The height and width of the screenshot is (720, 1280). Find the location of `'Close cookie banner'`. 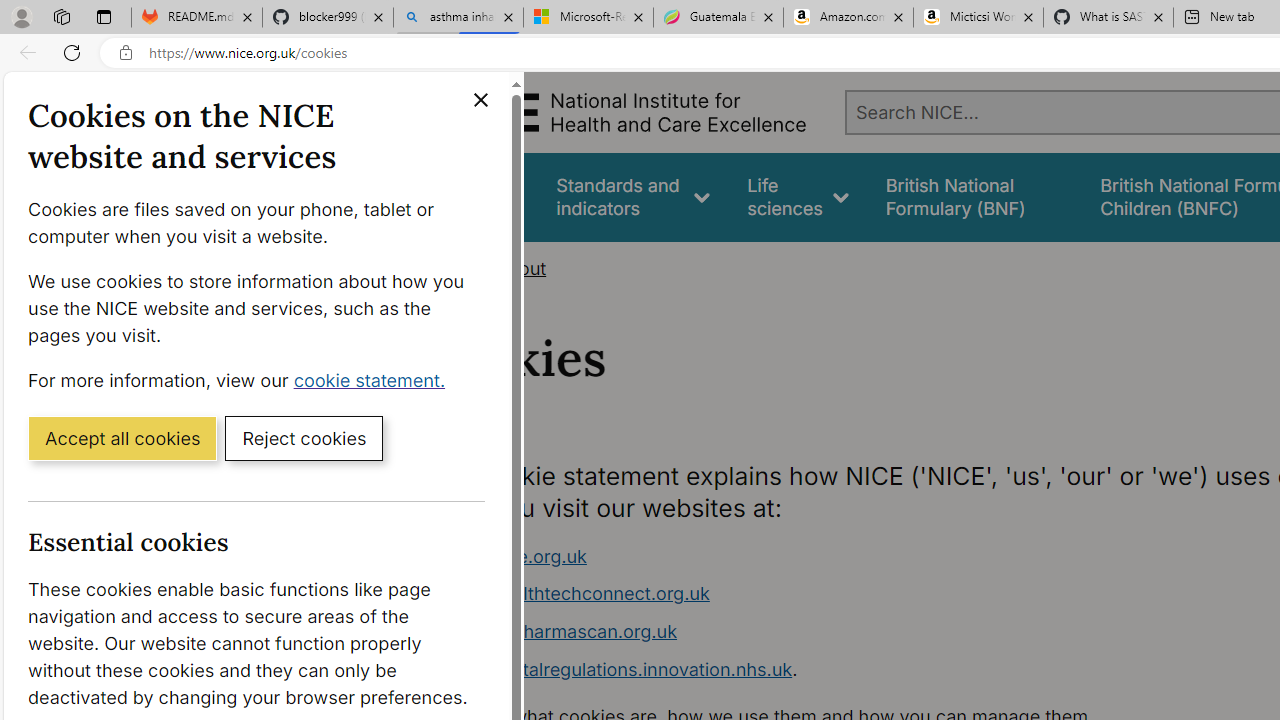

'Close cookie banner' is located at coordinates (480, 100).